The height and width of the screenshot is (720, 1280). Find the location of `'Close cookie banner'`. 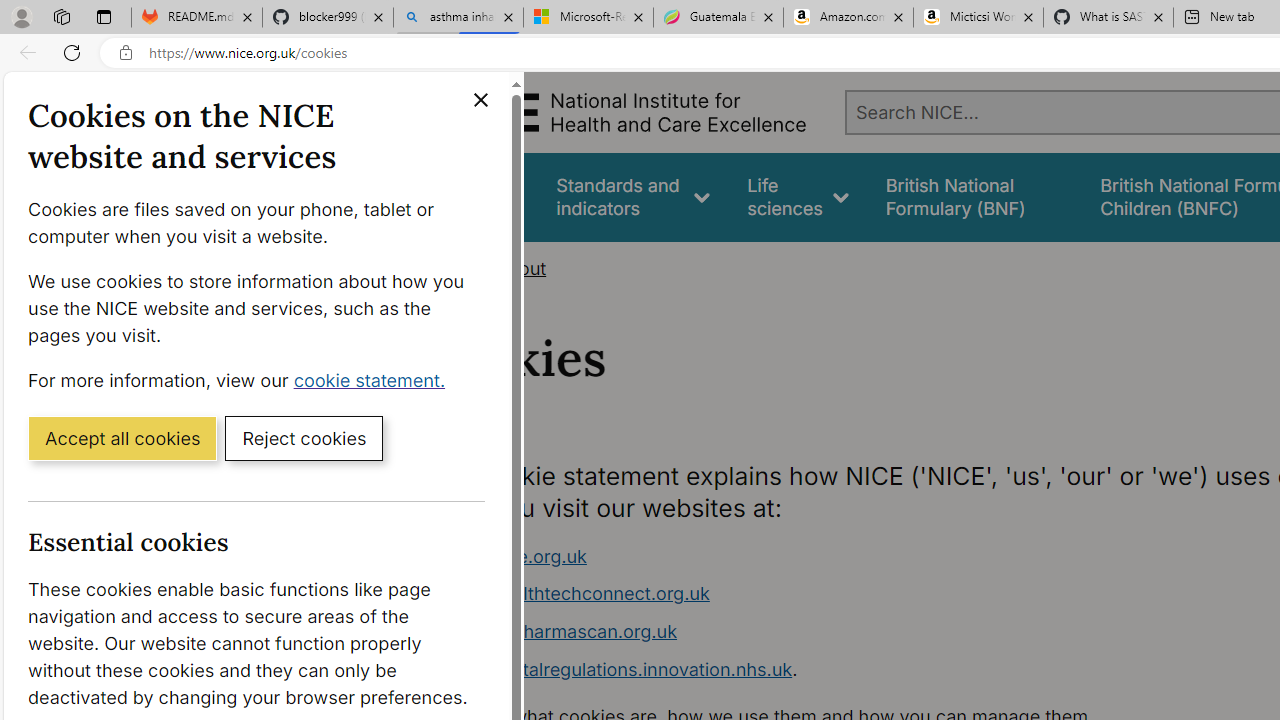

'Close cookie banner' is located at coordinates (480, 100).